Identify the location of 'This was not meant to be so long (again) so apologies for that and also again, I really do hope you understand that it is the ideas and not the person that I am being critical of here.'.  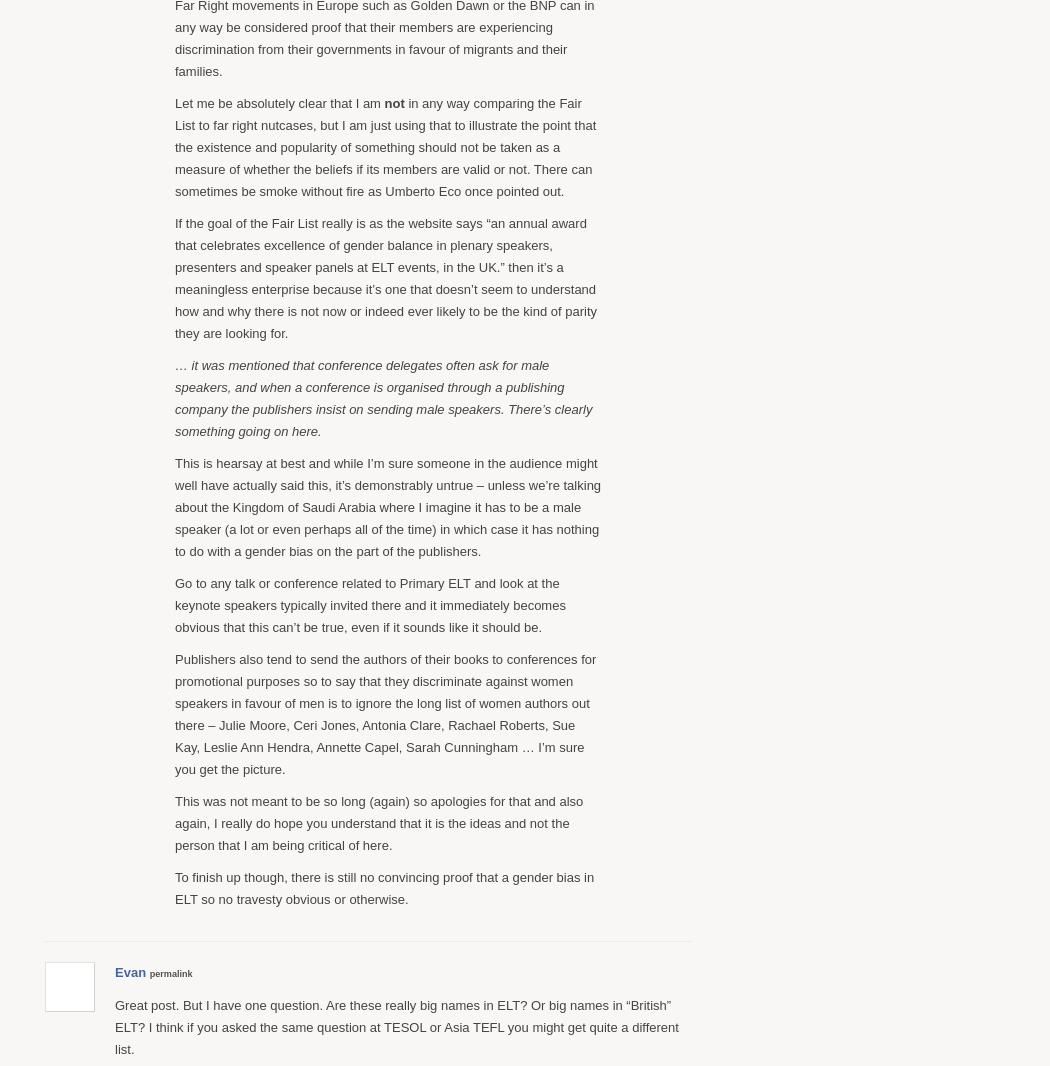
(175, 822).